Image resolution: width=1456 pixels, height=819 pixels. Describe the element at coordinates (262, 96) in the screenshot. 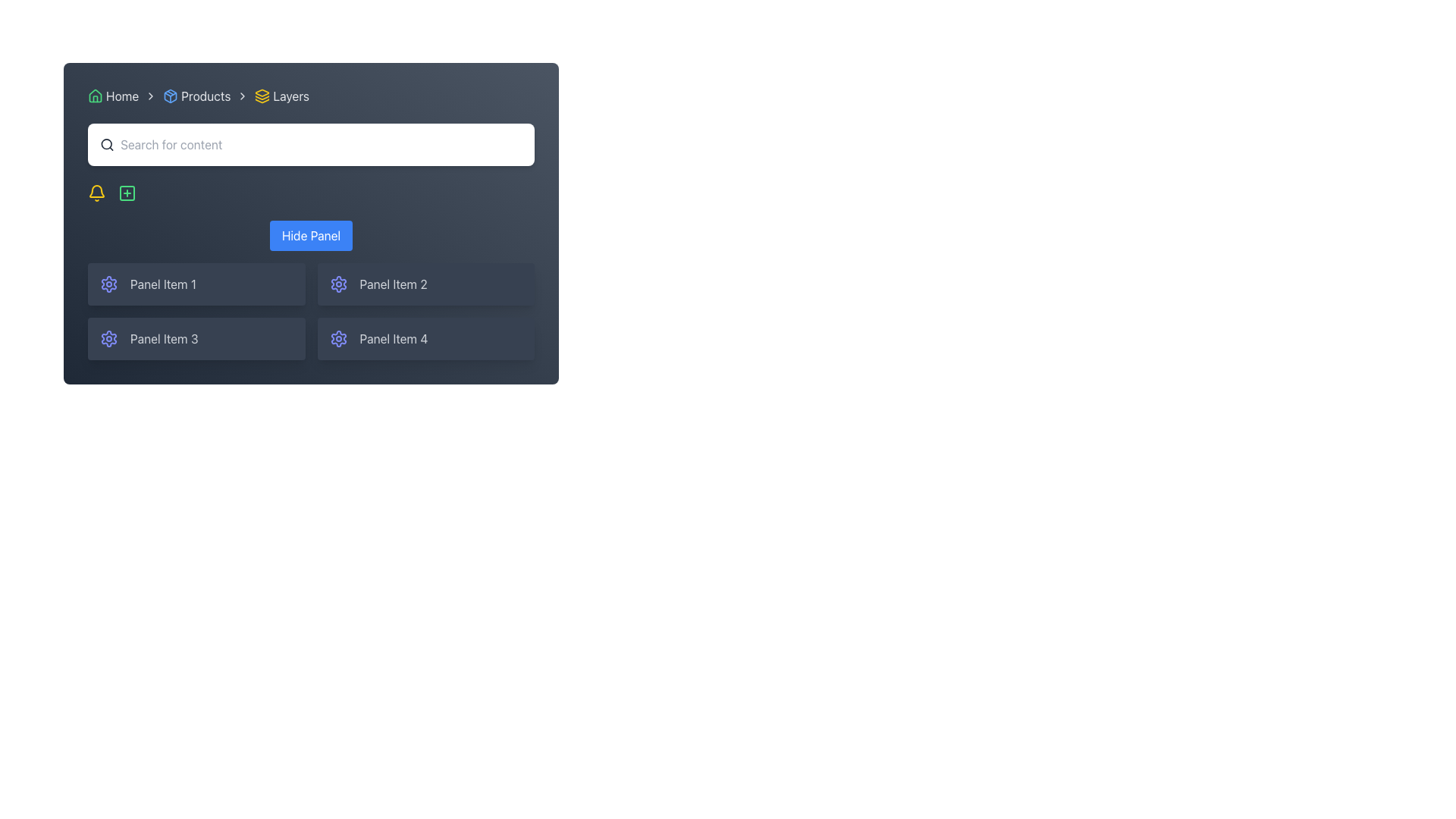

I see `the yellow outlined icon in the breadcrumb navigation that is associated with the text 'Layers'` at that location.